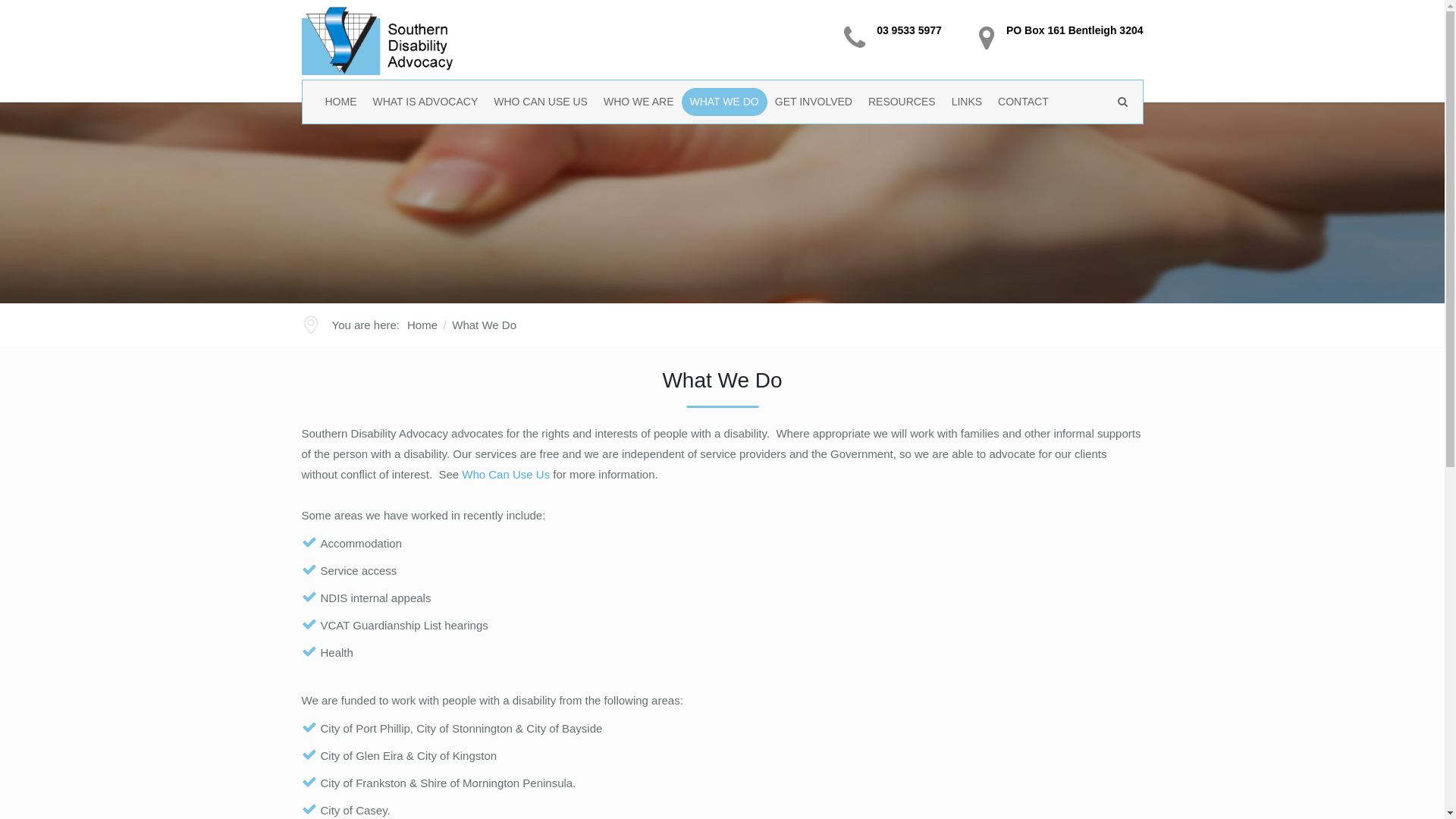 The image size is (1456, 819). Describe the element at coordinates (1023, 102) in the screenshot. I see `'CONTACT'` at that location.